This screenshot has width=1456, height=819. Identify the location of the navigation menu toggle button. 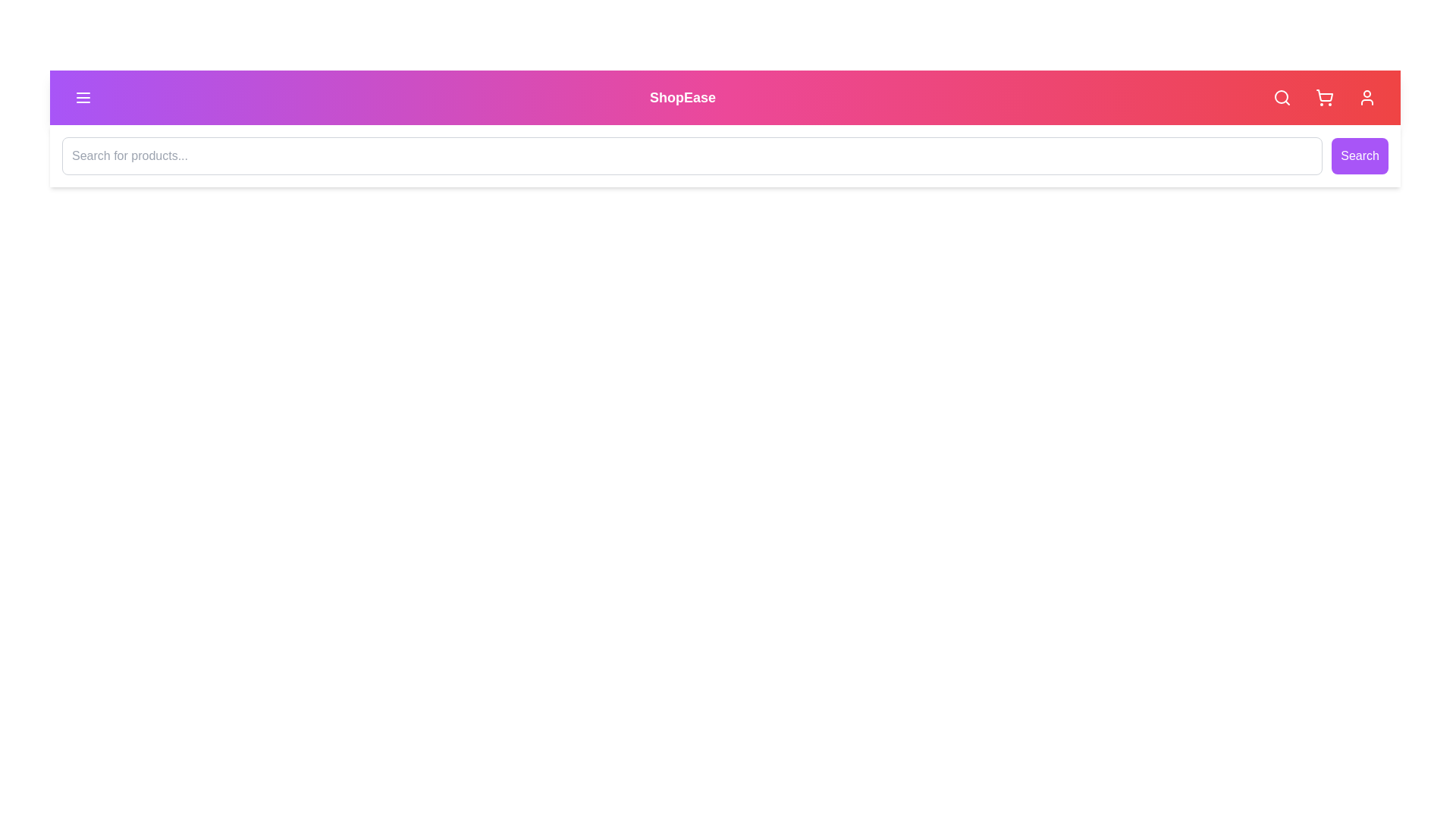
(83, 97).